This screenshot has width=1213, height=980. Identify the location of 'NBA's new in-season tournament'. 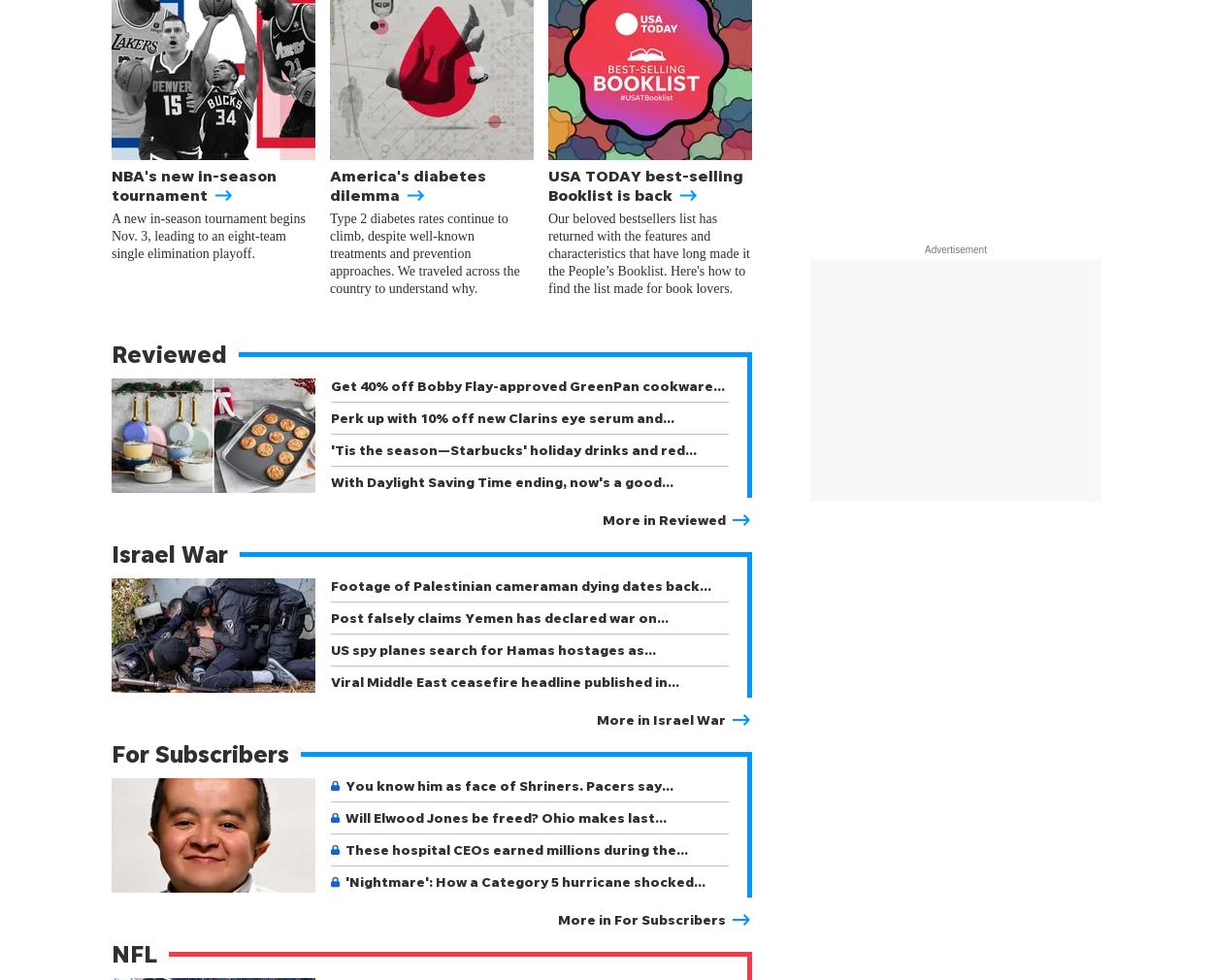
(193, 183).